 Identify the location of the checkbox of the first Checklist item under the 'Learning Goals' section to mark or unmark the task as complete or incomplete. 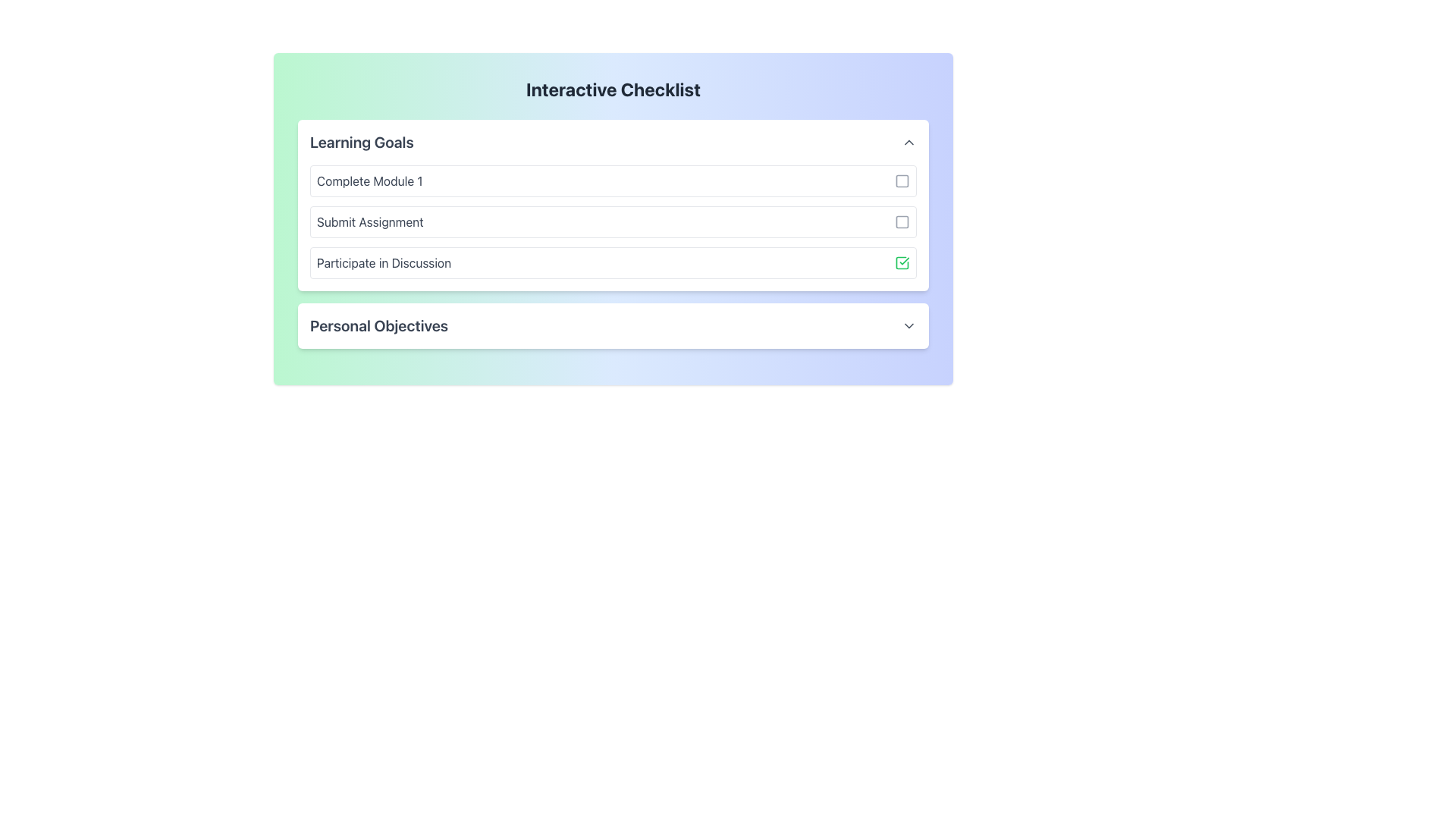
(613, 180).